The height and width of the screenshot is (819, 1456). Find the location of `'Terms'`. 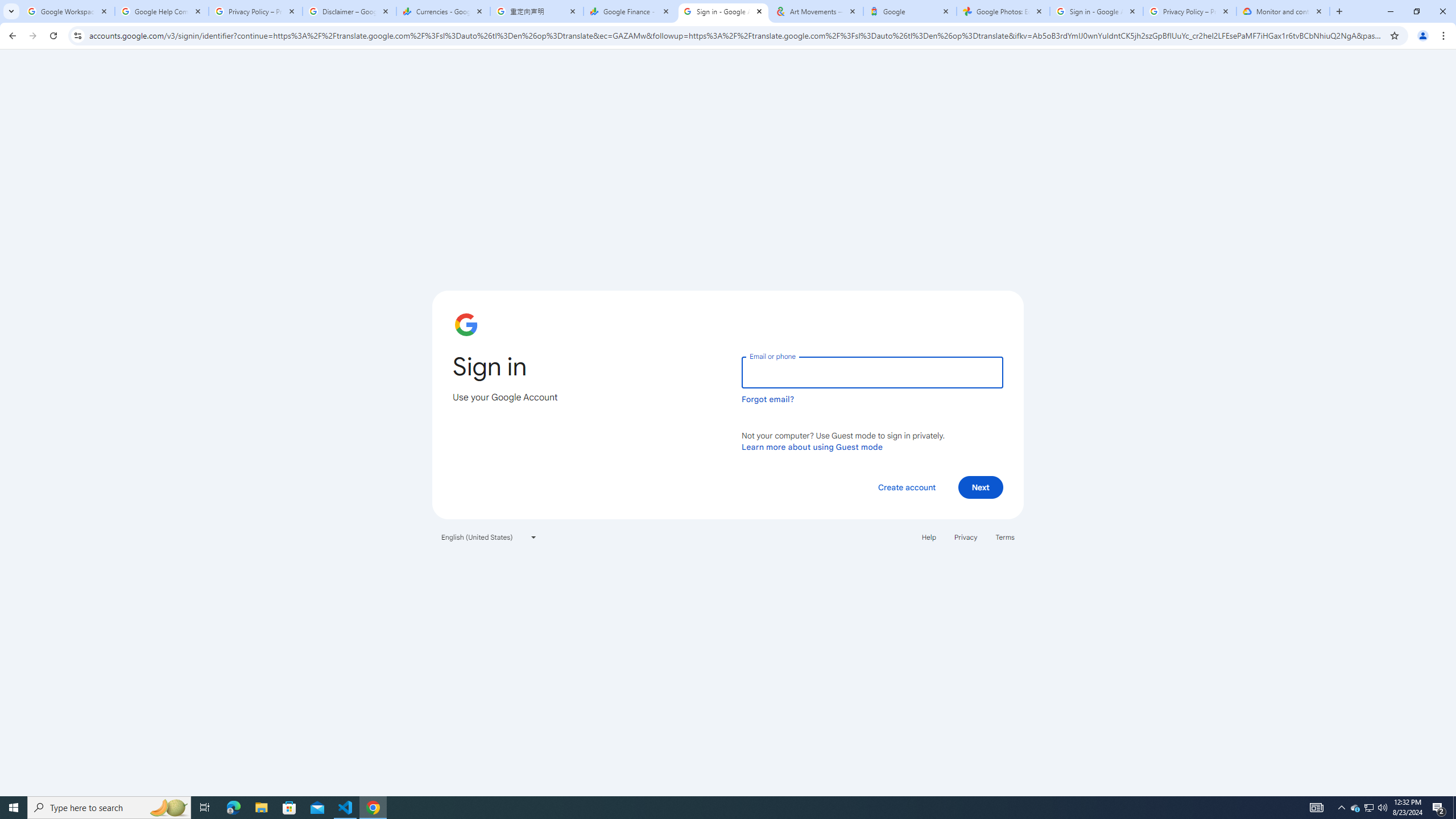

'Terms' is located at coordinates (1004, 536).